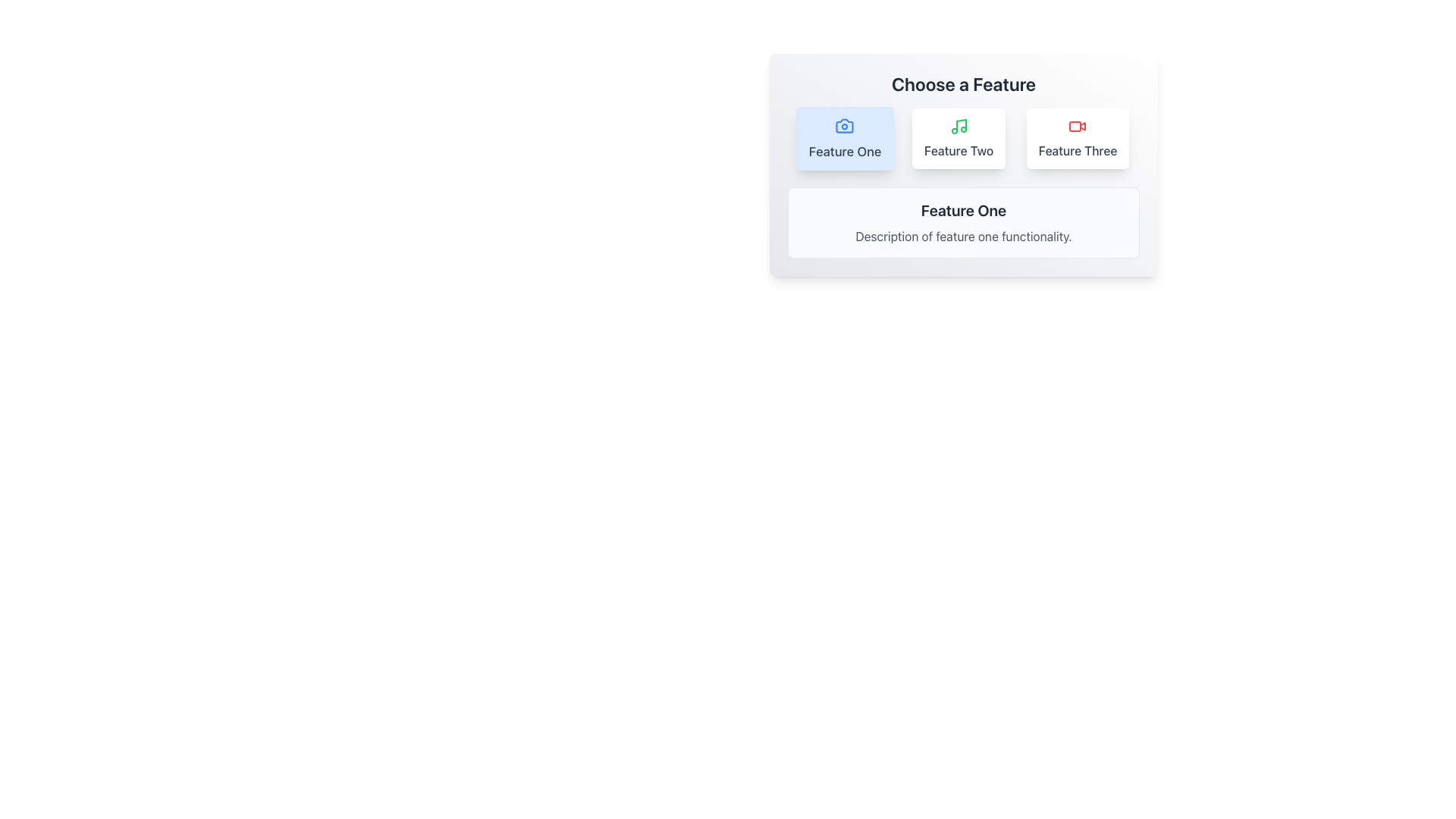  What do you see at coordinates (958, 125) in the screenshot?
I see `the 'Feature Two' icon in the selection menu` at bounding box center [958, 125].